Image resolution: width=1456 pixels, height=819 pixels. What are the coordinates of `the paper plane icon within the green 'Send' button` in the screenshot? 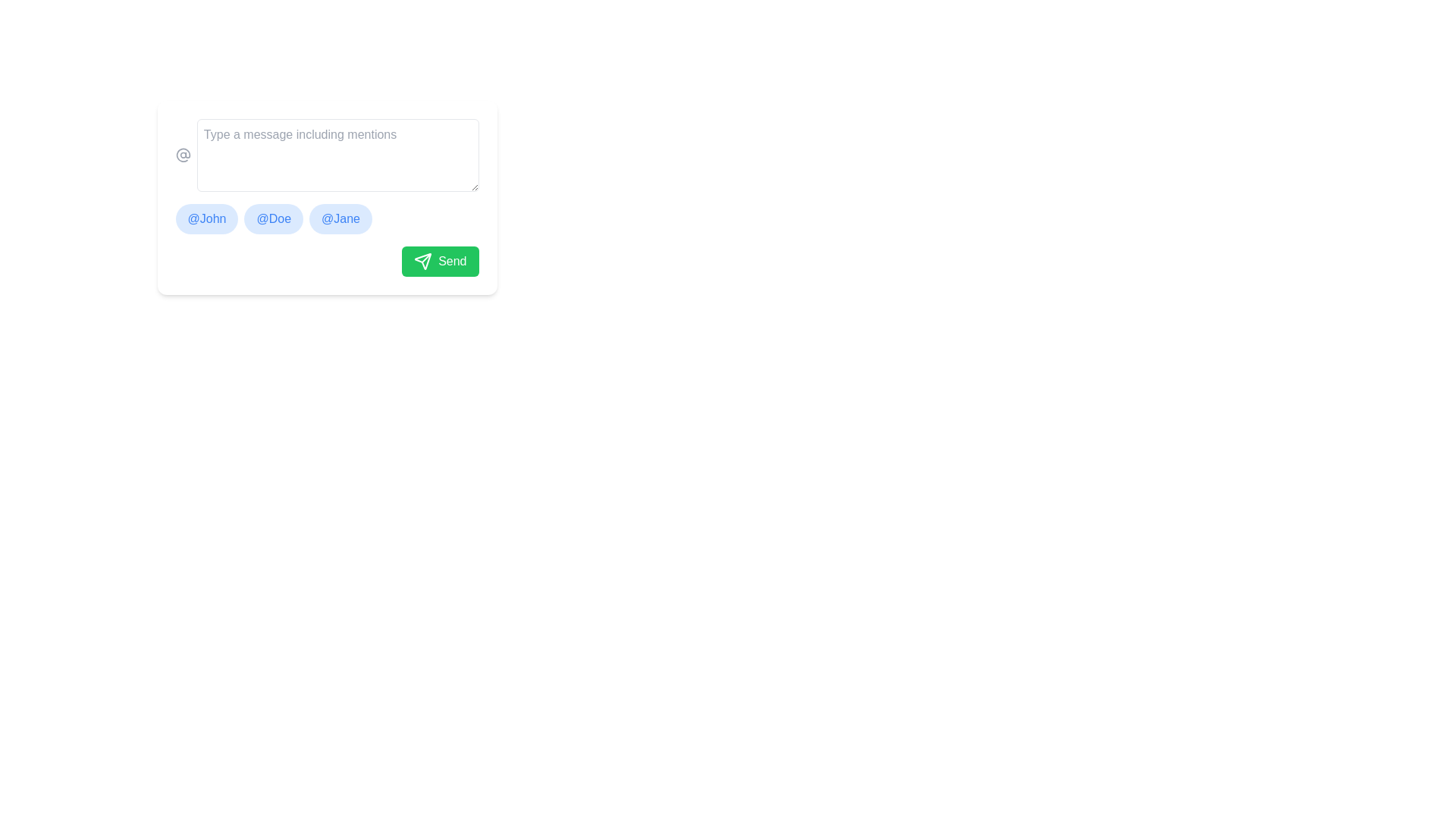 It's located at (423, 260).